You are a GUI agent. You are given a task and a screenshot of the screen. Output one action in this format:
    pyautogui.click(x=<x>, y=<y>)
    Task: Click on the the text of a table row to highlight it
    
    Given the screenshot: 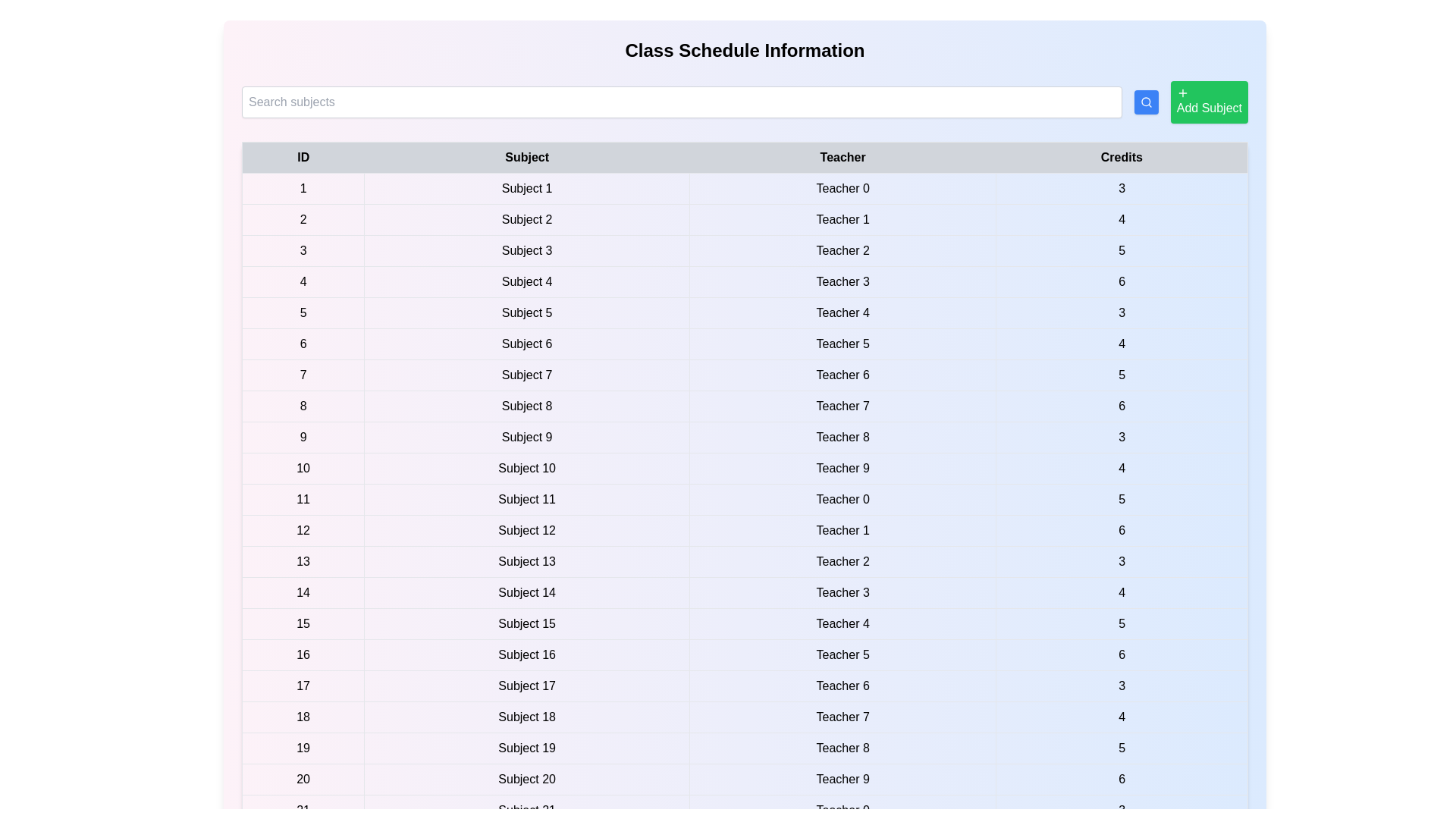 What is the action you would take?
    pyautogui.click(x=303, y=188)
    